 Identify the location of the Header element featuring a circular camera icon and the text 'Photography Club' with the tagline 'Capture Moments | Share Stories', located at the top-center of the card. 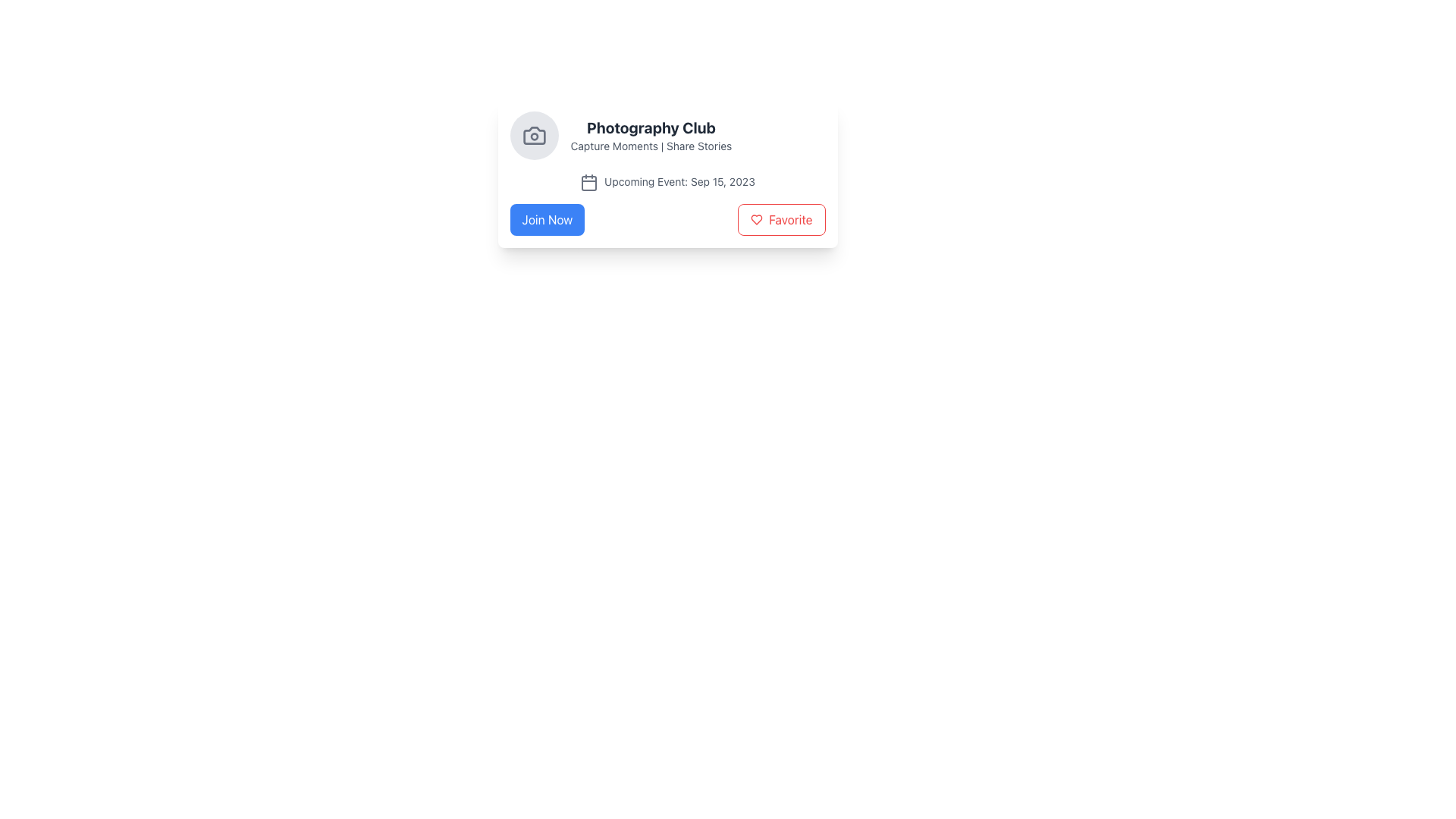
(667, 134).